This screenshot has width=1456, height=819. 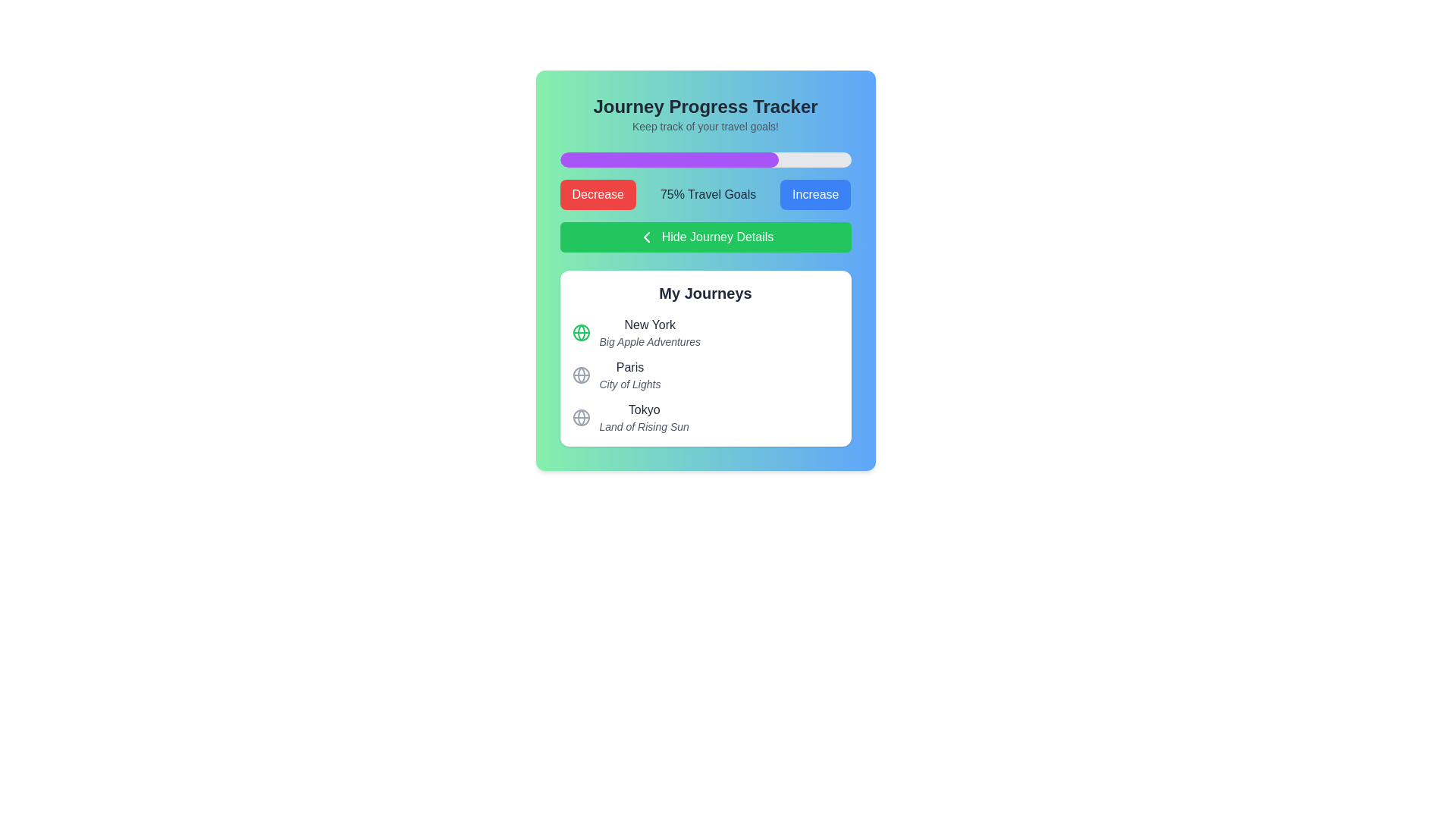 What do you see at coordinates (644, 427) in the screenshot?
I see `the text label displaying 'Land of Rising Sun', which is located below 'Tokyo' in a list format` at bounding box center [644, 427].